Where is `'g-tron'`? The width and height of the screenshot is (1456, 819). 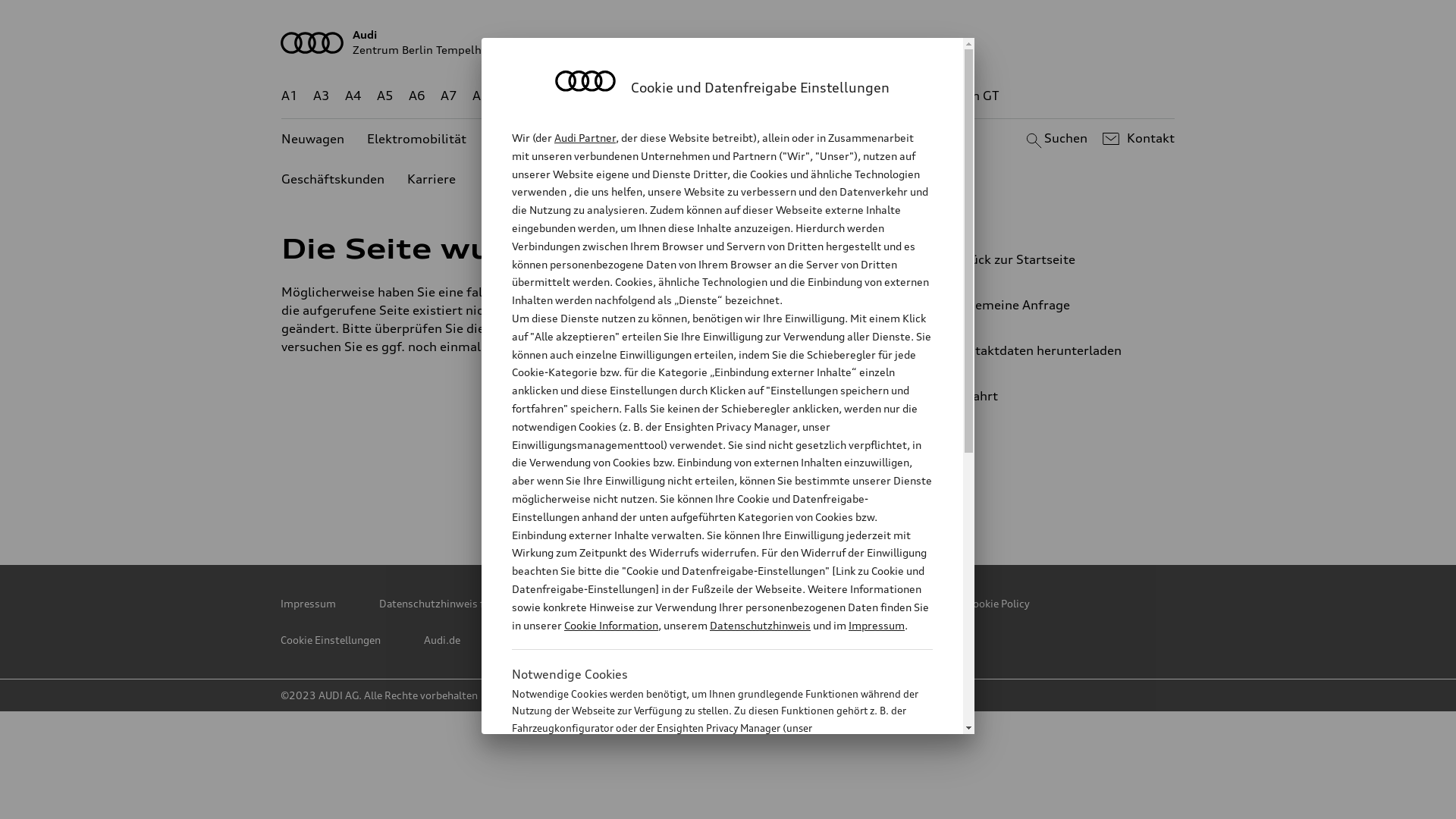 'g-tron' is located at coordinates (908, 96).